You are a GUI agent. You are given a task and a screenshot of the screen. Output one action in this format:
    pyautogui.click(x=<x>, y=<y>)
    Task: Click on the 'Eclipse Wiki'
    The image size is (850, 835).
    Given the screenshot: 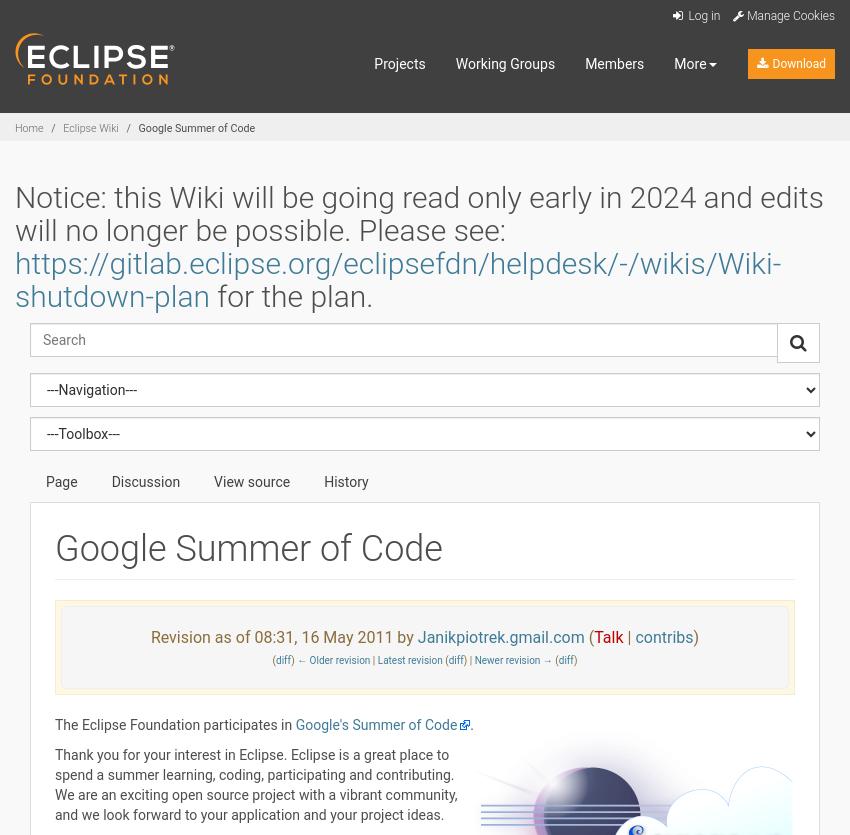 What is the action you would take?
    pyautogui.click(x=89, y=127)
    